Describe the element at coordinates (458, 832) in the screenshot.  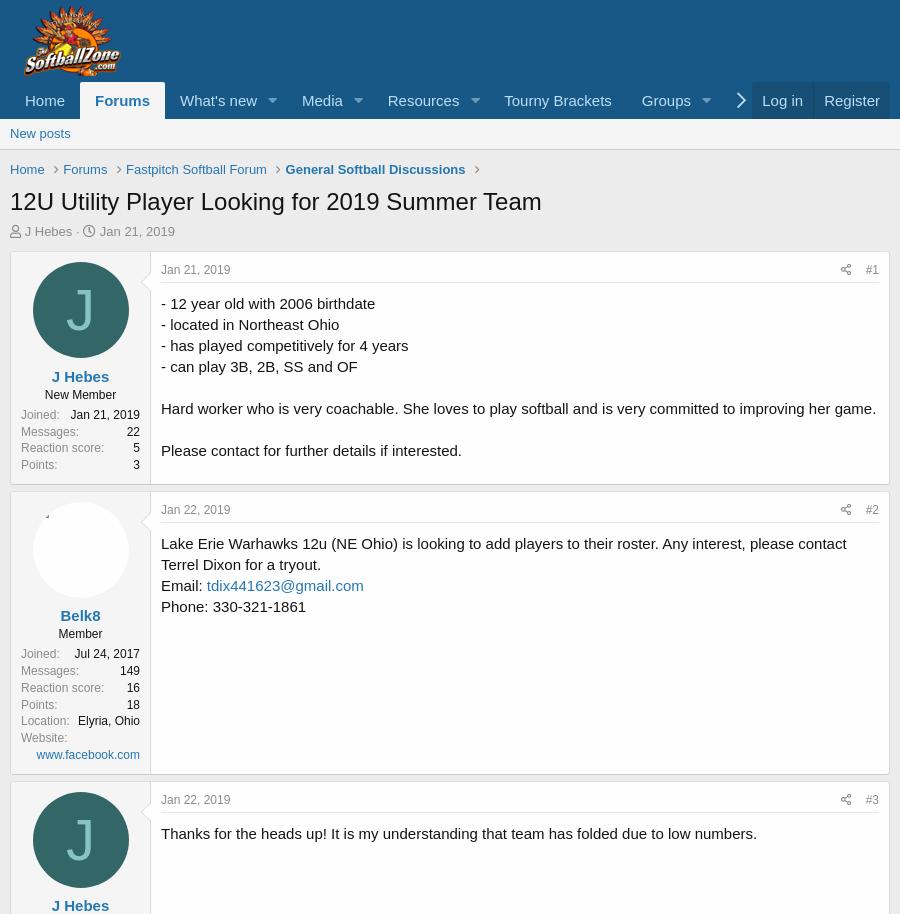
I see `'Thanks for the heads up!  It is my understanding that team has folded due to low numbers.'` at that location.